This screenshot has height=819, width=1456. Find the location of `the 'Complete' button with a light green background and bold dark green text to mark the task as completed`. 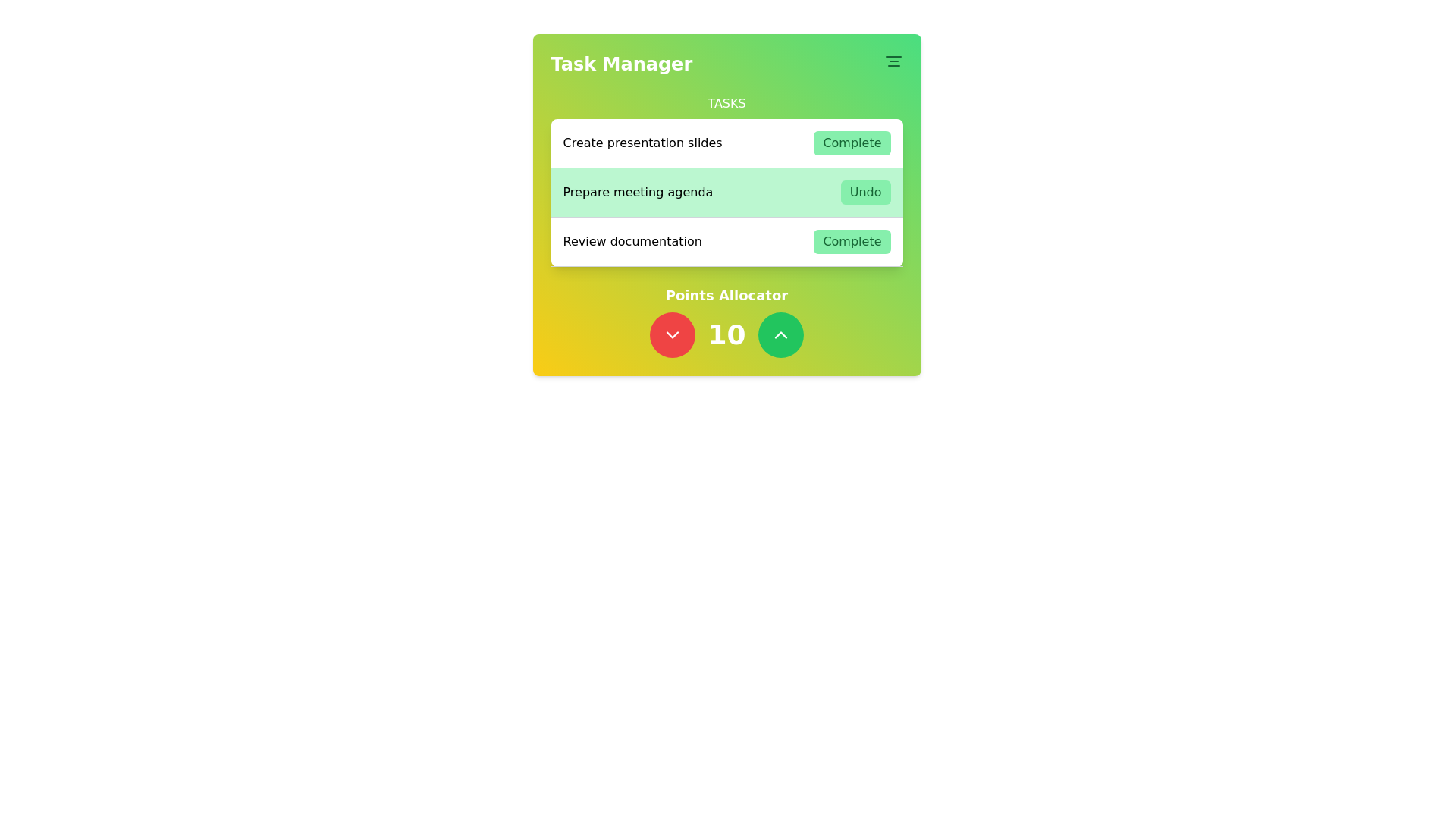

the 'Complete' button with a light green background and bold dark green text to mark the task as completed is located at coordinates (852, 143).